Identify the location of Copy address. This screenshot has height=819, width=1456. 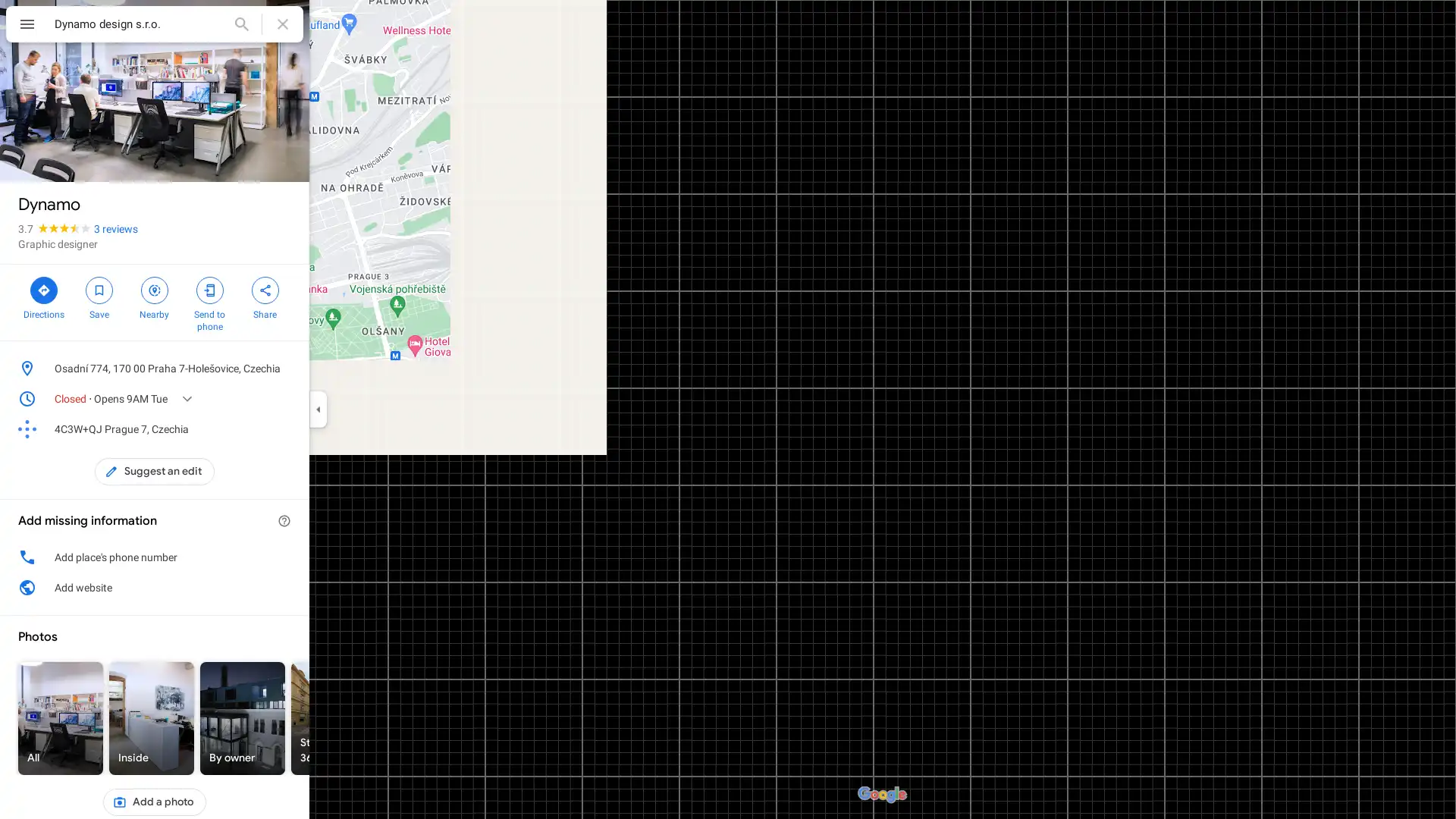
(284, 369).